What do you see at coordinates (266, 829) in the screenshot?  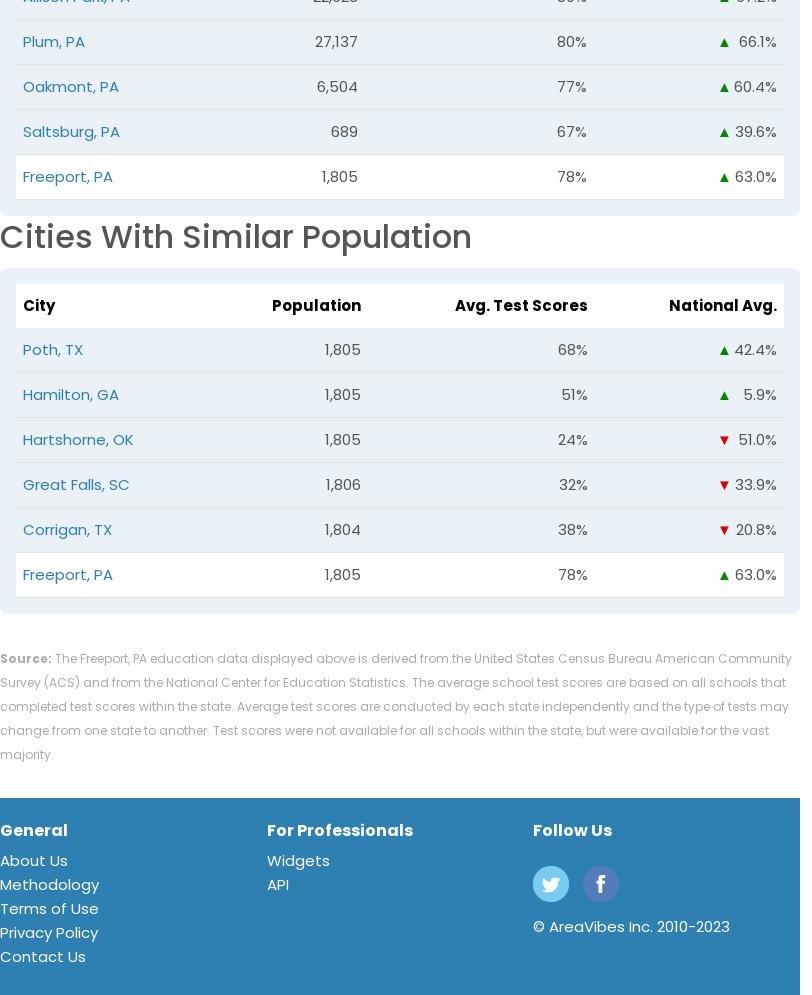 I see `'For Professionals'` at bounding box center [266, 829].